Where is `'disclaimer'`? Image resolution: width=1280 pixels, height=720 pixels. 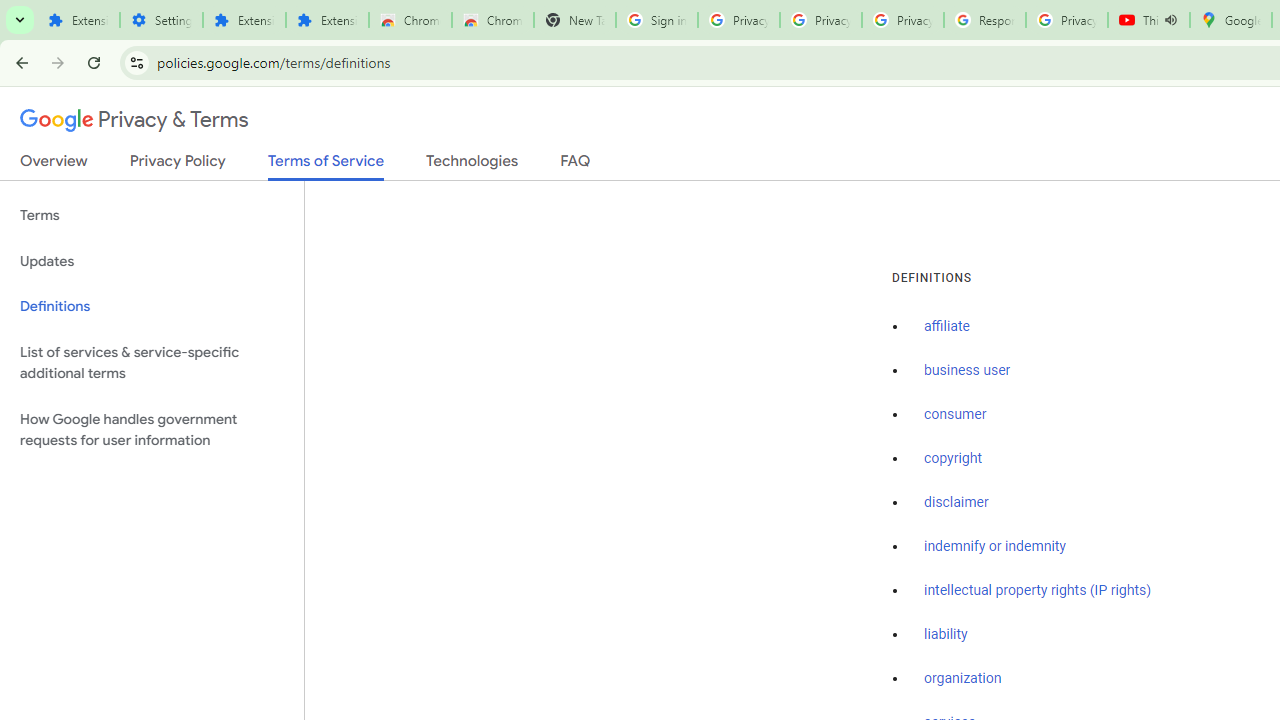
'disclaimer' is located at coordinates (955, 501).